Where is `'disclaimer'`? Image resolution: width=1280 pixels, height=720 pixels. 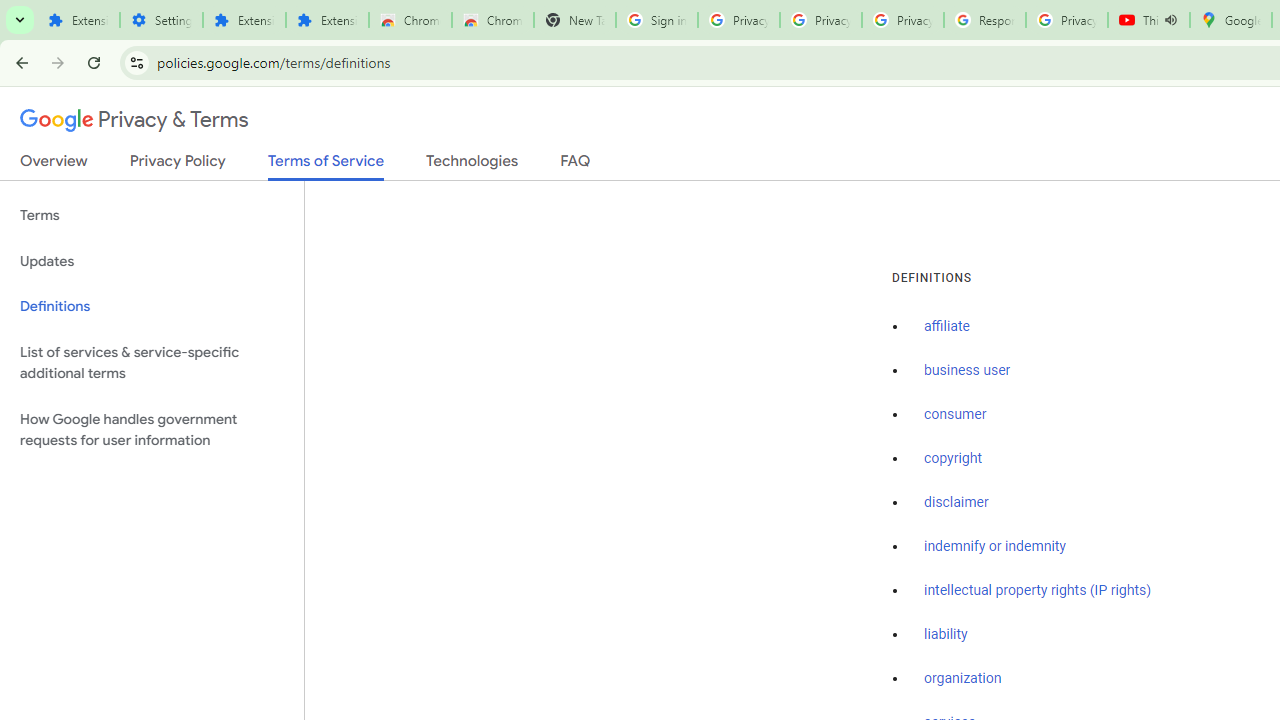
'disclaimer' is located at coordinates (955, 501).